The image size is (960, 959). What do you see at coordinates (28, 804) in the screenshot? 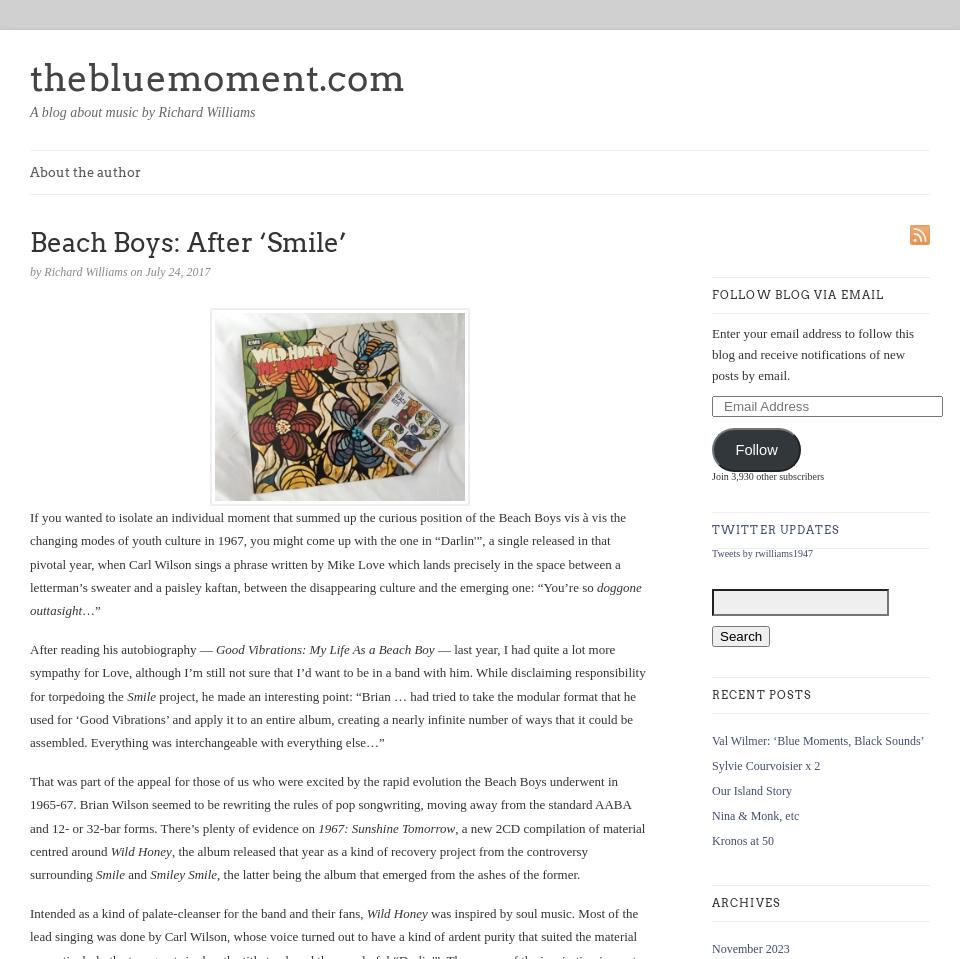
I see `'That was part of the appeal for those of us who were excited by the rapid evolution the Beach Boys underwent in 1965-67. Brian Wilson seemed to be rewriting the rules of pop songwriting, moving away from the standard AABA and 12- or 32-bar forms. There’s plenty of evidence on'` at bounding box center [28, 804].